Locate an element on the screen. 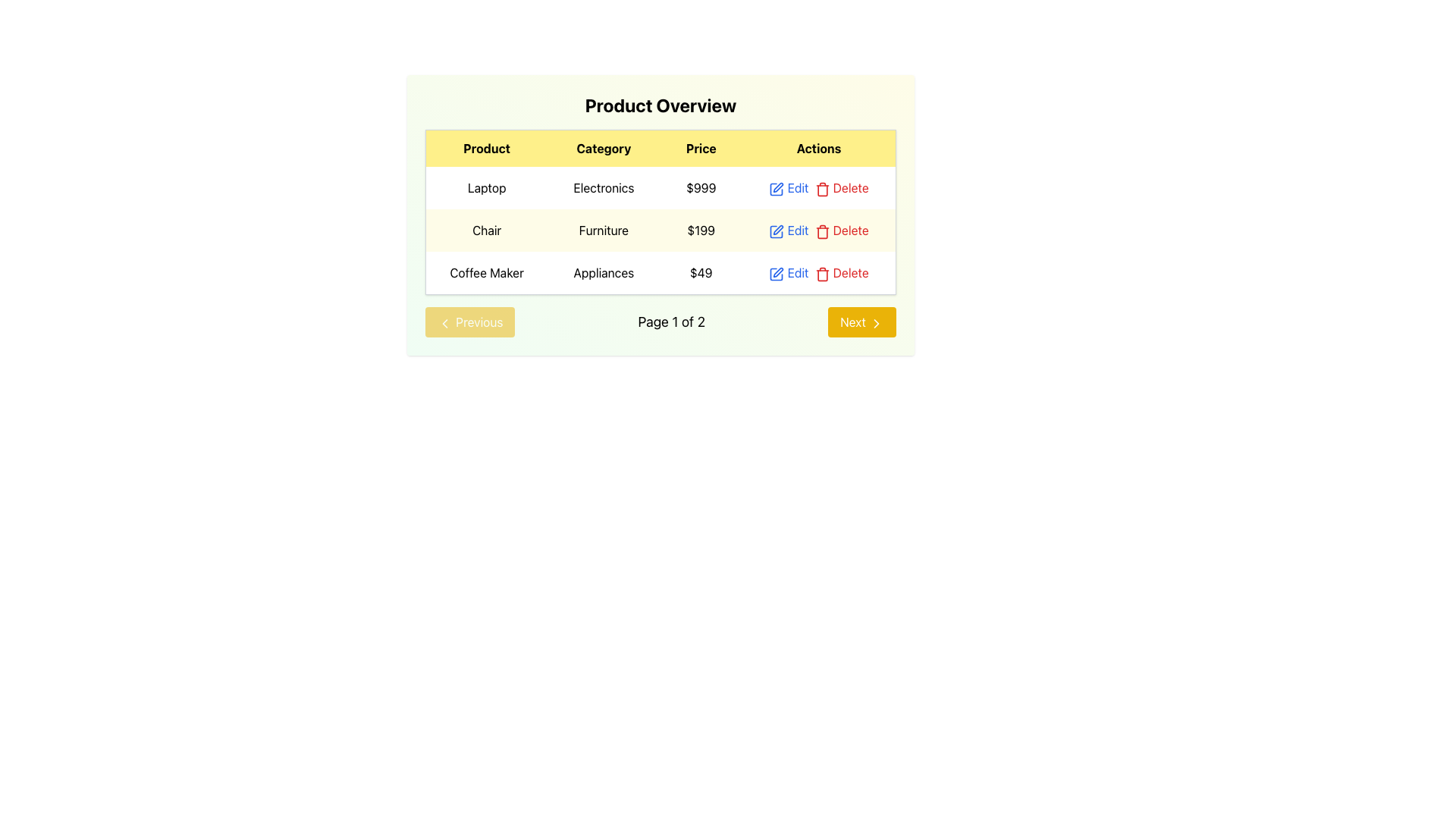 The height and width of the screenshot is (819, 1456). the text label displaying 'Category', which is the second item in the header row of a table-like structure, located within a yellow header and positioned between 'Product' and 'Price' is located at coordinates (603, 148).